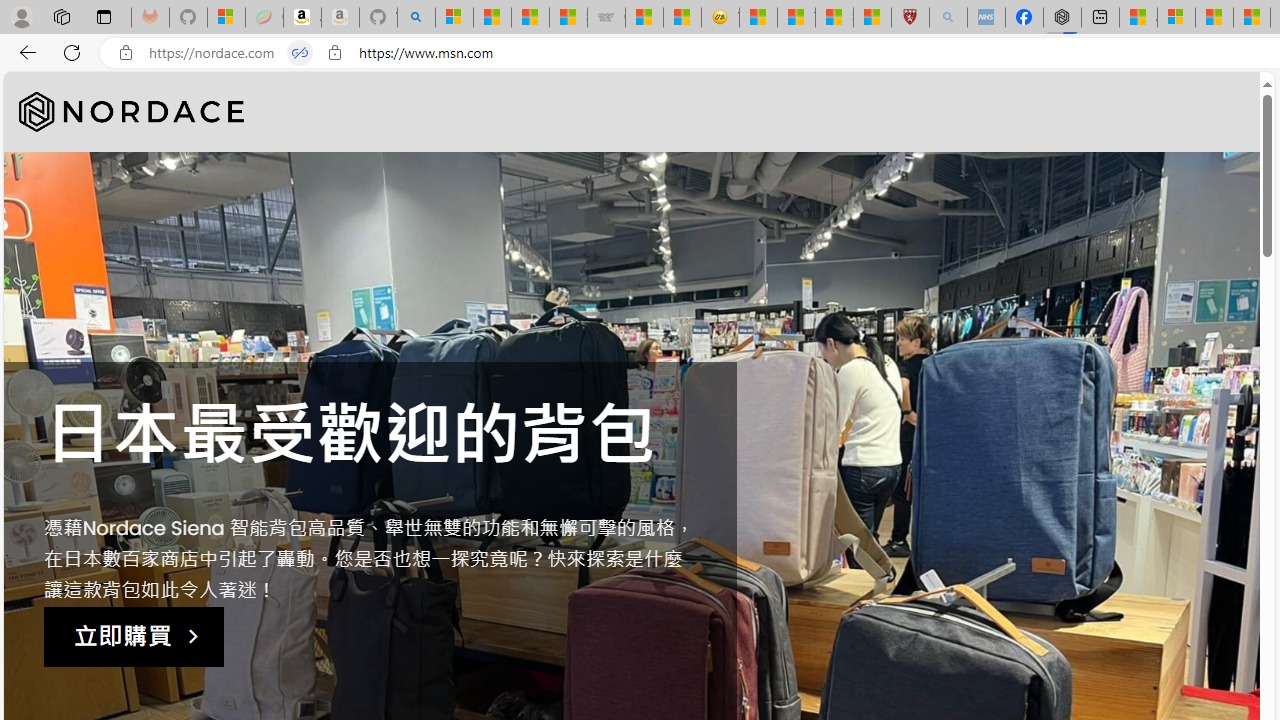  What do you see at coordinates (1062, 17) in the screenshot?
I see `'Nordace - Nordace Siena Is Not An Ordinary Backpack'` at bounding box center [1062, 17].